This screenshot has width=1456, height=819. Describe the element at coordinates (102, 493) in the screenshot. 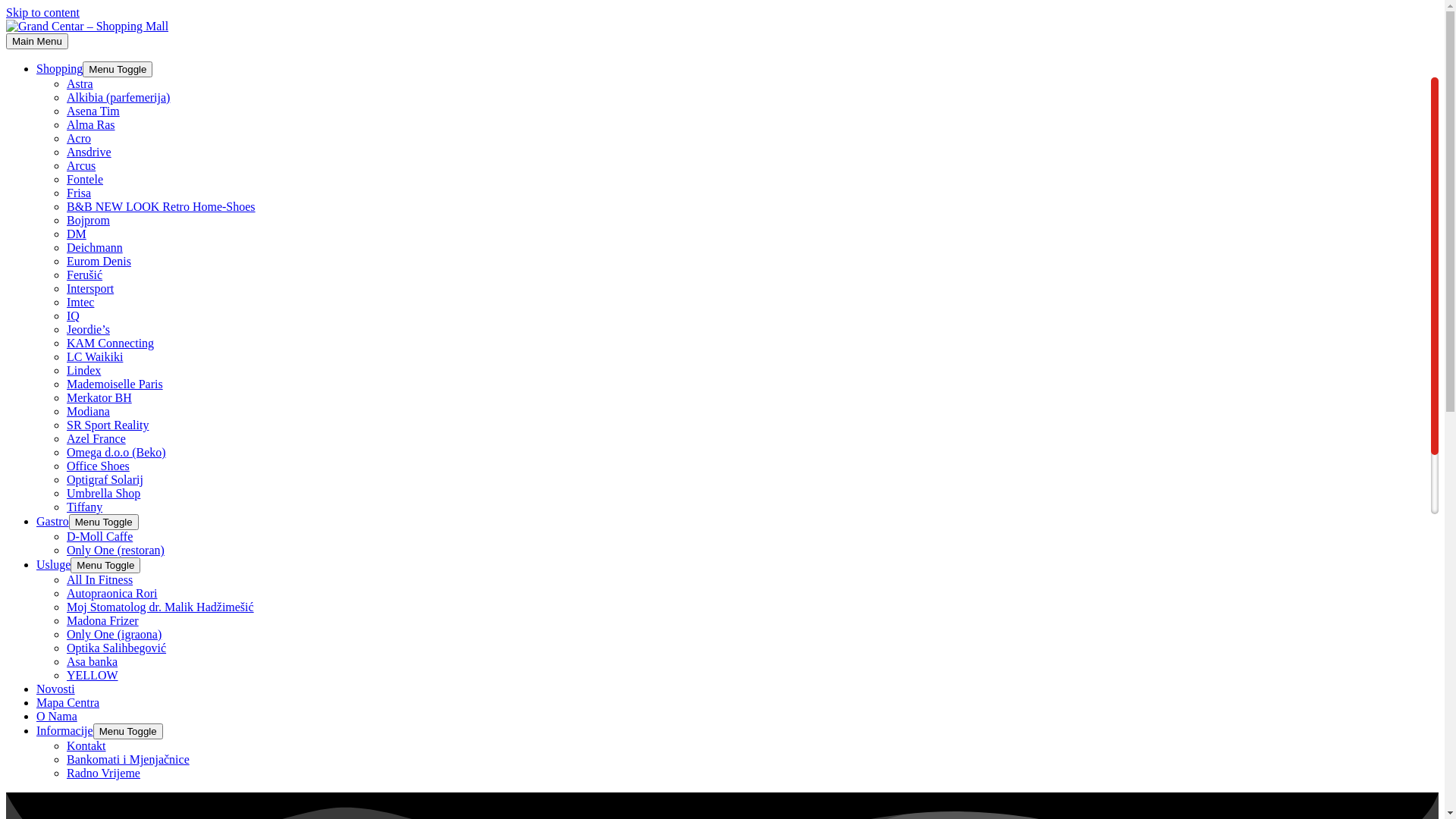

I see `'Umbrella Shop'` at that location.